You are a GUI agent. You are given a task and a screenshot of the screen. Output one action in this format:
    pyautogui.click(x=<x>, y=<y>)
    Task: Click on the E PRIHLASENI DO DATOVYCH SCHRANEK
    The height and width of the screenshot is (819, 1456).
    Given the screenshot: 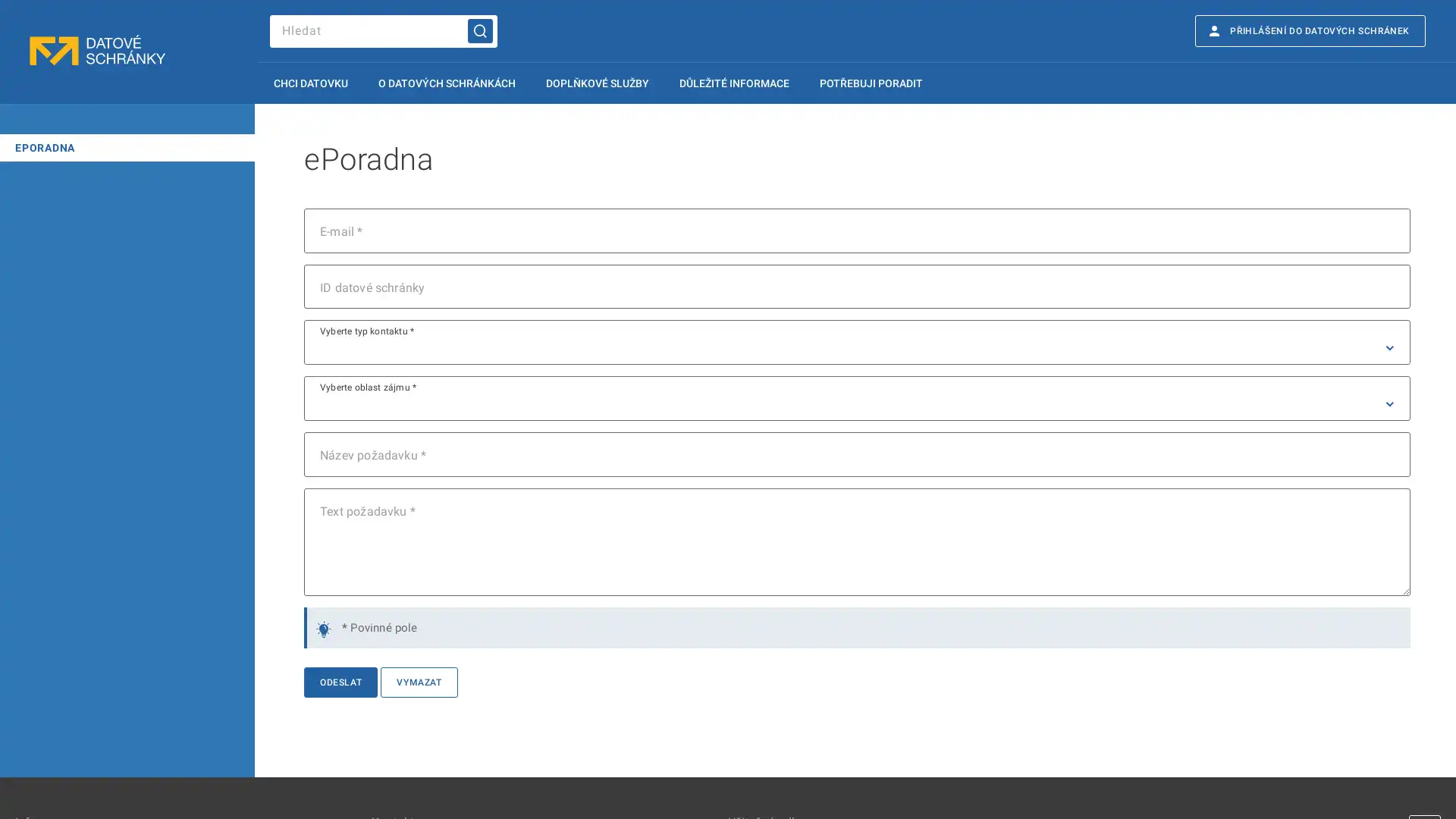 What is the action you would take?
    pyautogui.click(x=1309, y=31)
    